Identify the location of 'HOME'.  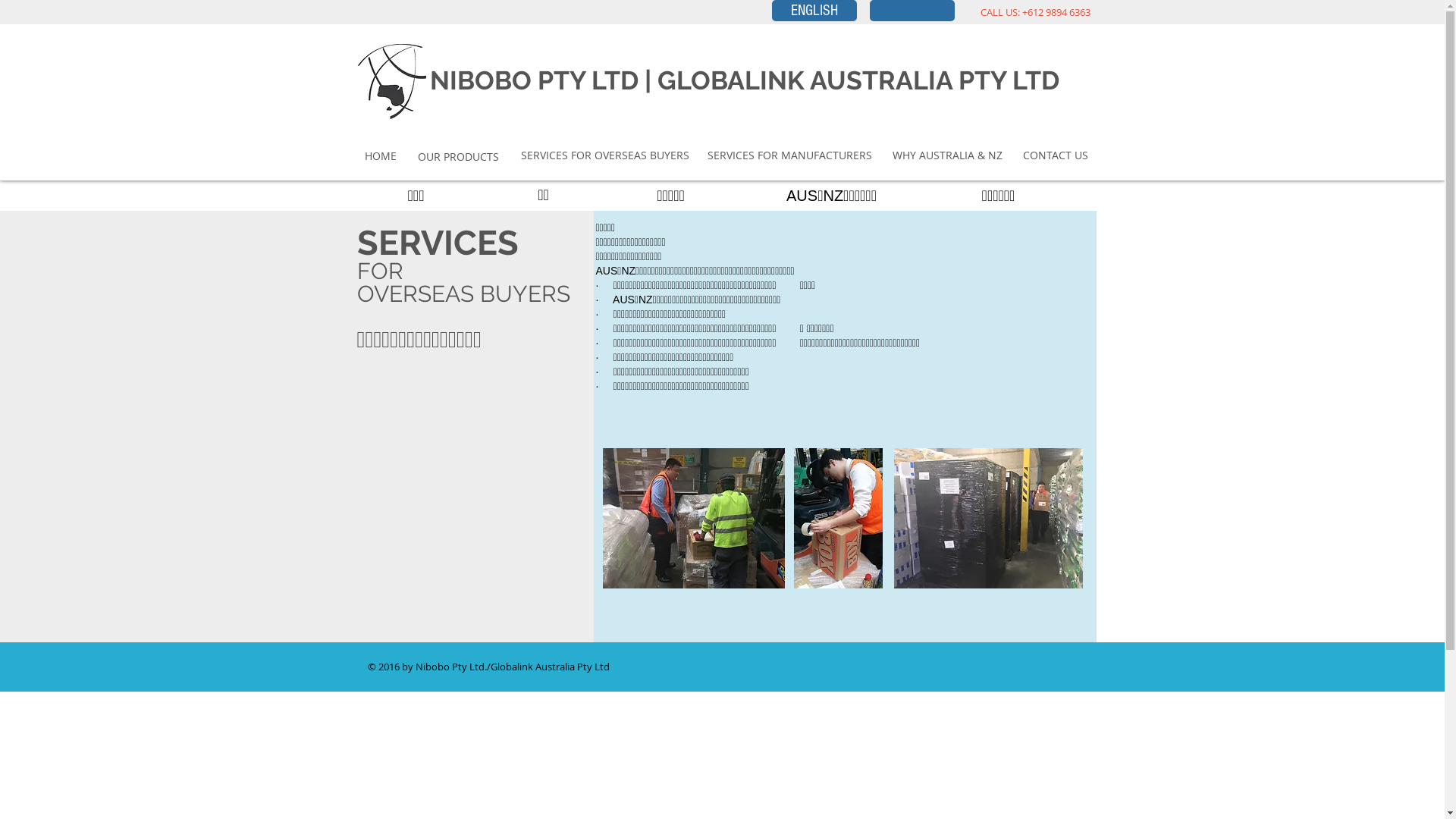
(362, 155).